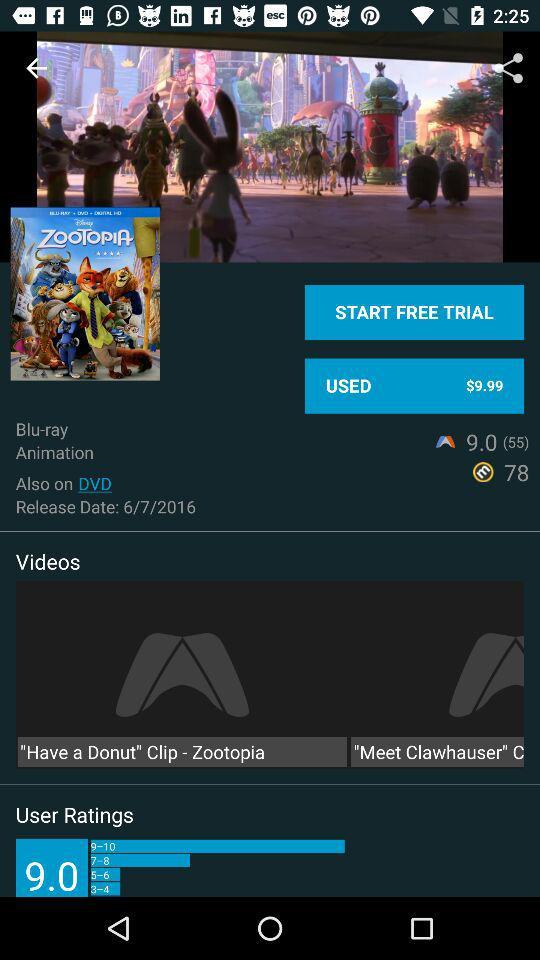 This screenshot has width=540, height=960. Describe the element at coordinates (94, 482) in the screenshot. I see `the icon to the right of also on item` at that location.